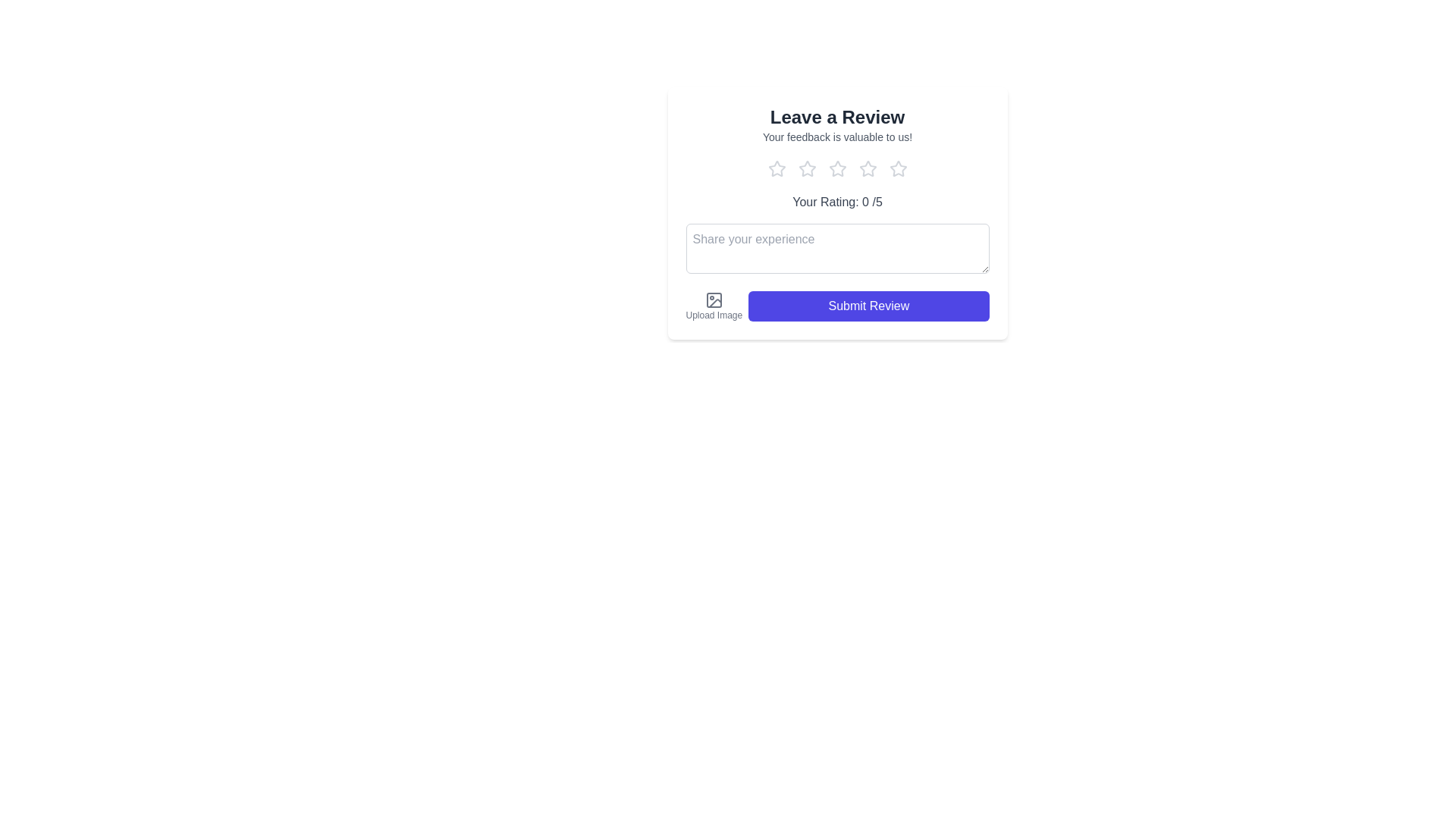 This screenshot has height=819, width=1456. What do you see at coordinates (868, 306) in the screenshot?
I see `the 'Submit Review' button to submit the review` at bounding box center [868, 306].